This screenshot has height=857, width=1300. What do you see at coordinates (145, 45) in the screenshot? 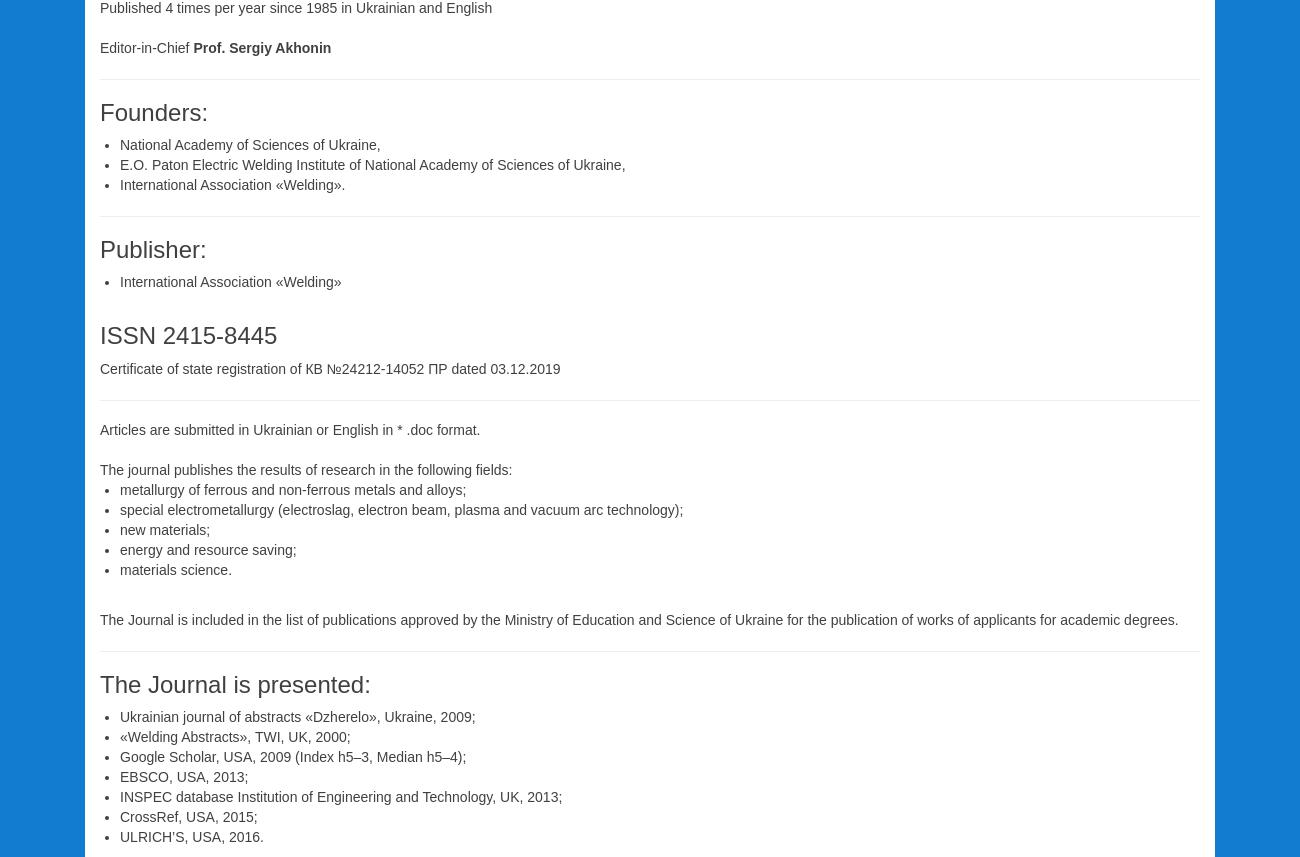
I see `'Editor-in-Chief'` at bounding box center [145, 45].